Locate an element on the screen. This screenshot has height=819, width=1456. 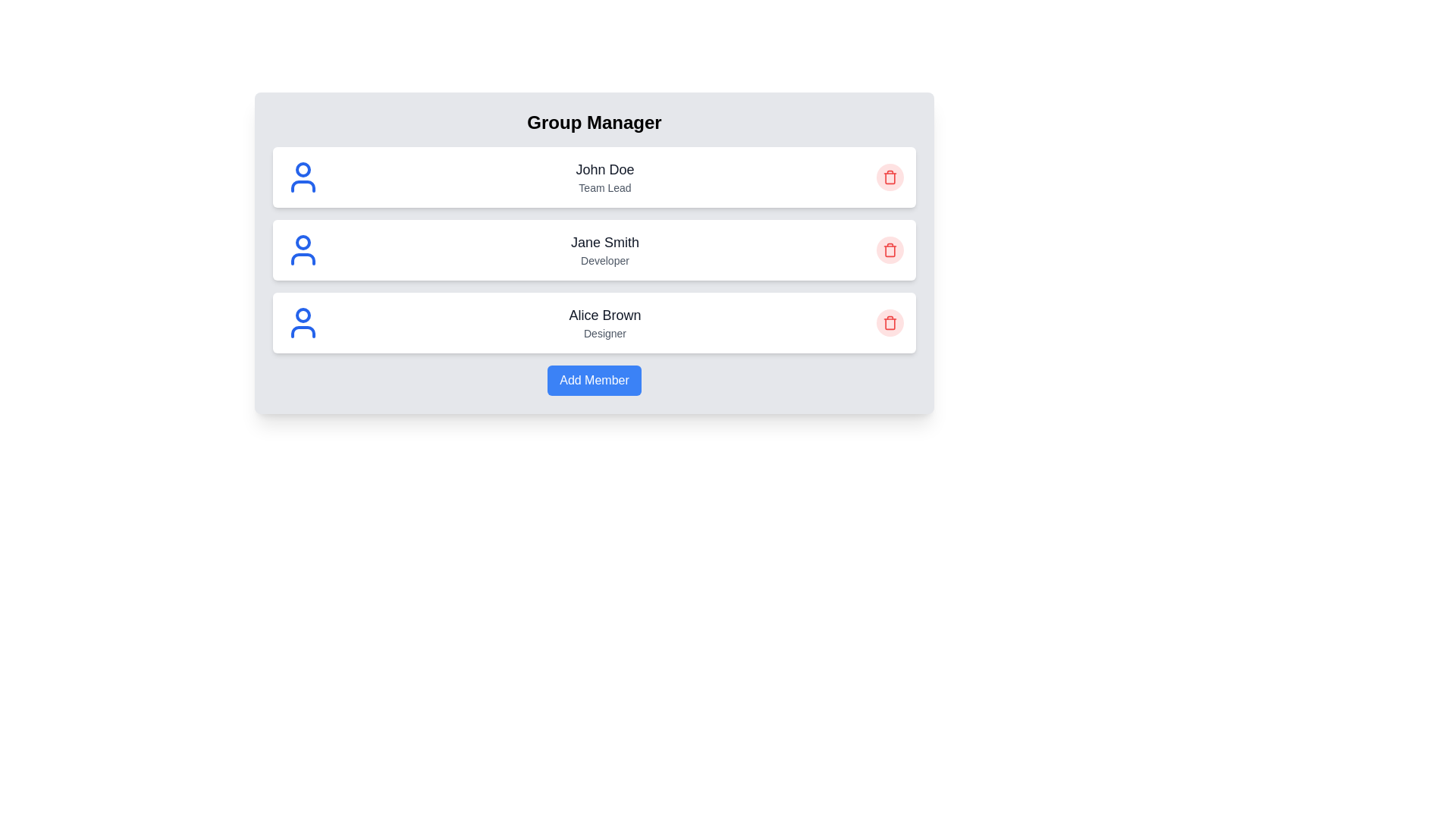
the text label displaying 'Jane Smith' and 'Developer' located in the second card under the 'Group Manager' section is located at coordinates (604, 249).